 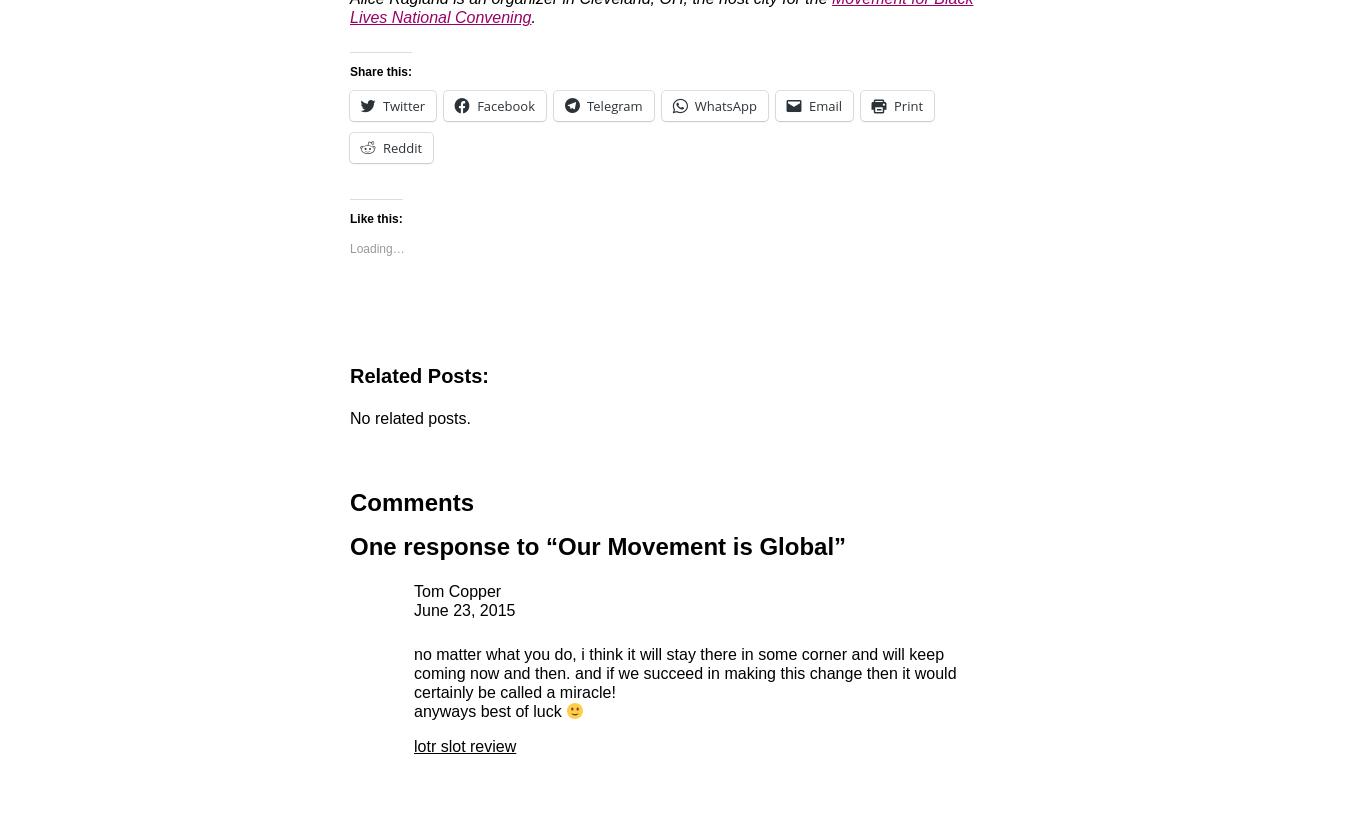 I want to click on 'no matter what you do, i think it will stay there in some corner and will keep coming now and then. and if we succeed in making this change then it would certainly be called a miracle!', so click(x=683, y=671).